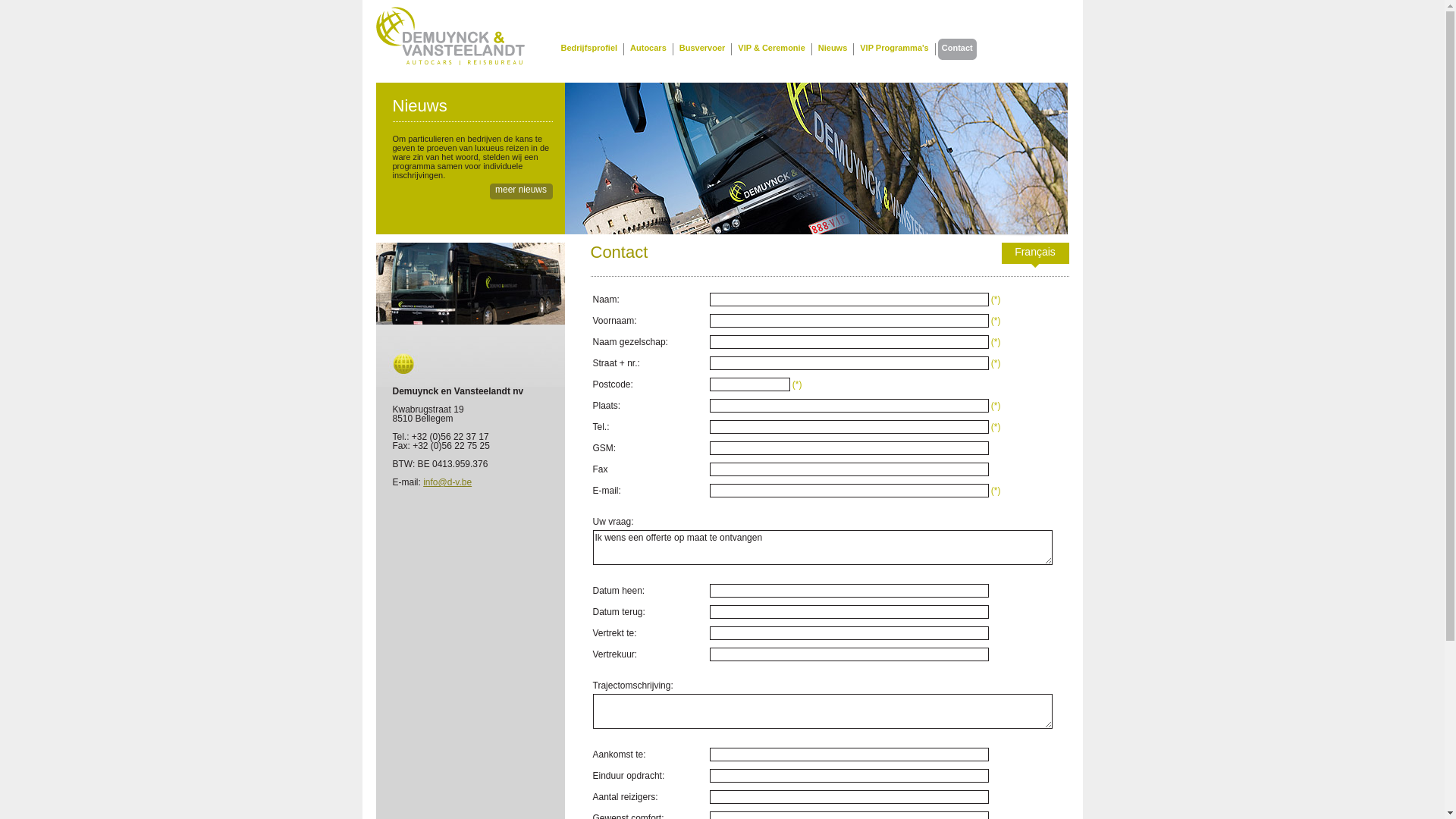 The width and height of the screenshot is (1456, 819). I want to click on 'Busvervoer', so click(701, 49).